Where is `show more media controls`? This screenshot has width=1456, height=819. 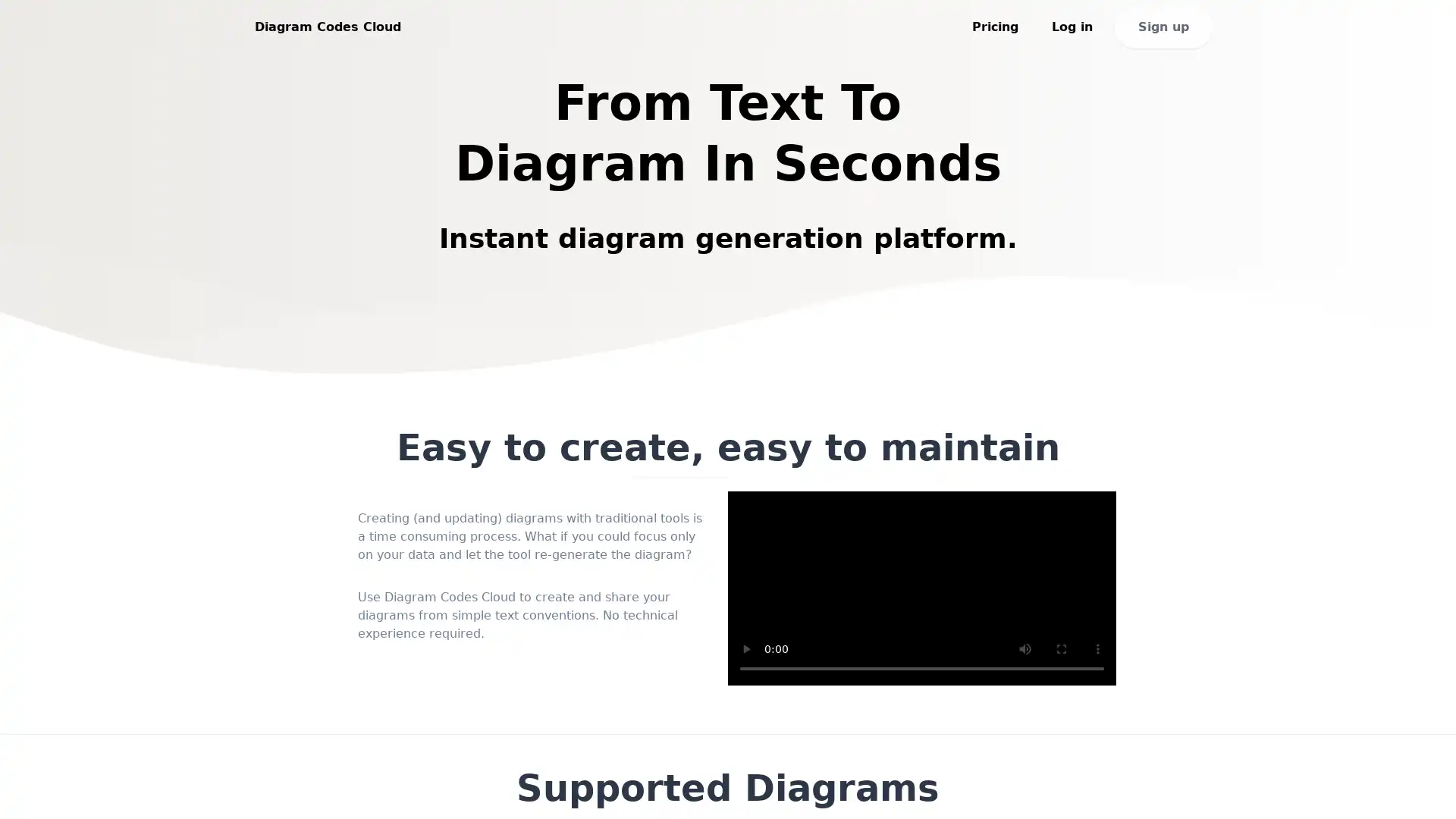
show more media controls is located at coordinates (1098, 648).